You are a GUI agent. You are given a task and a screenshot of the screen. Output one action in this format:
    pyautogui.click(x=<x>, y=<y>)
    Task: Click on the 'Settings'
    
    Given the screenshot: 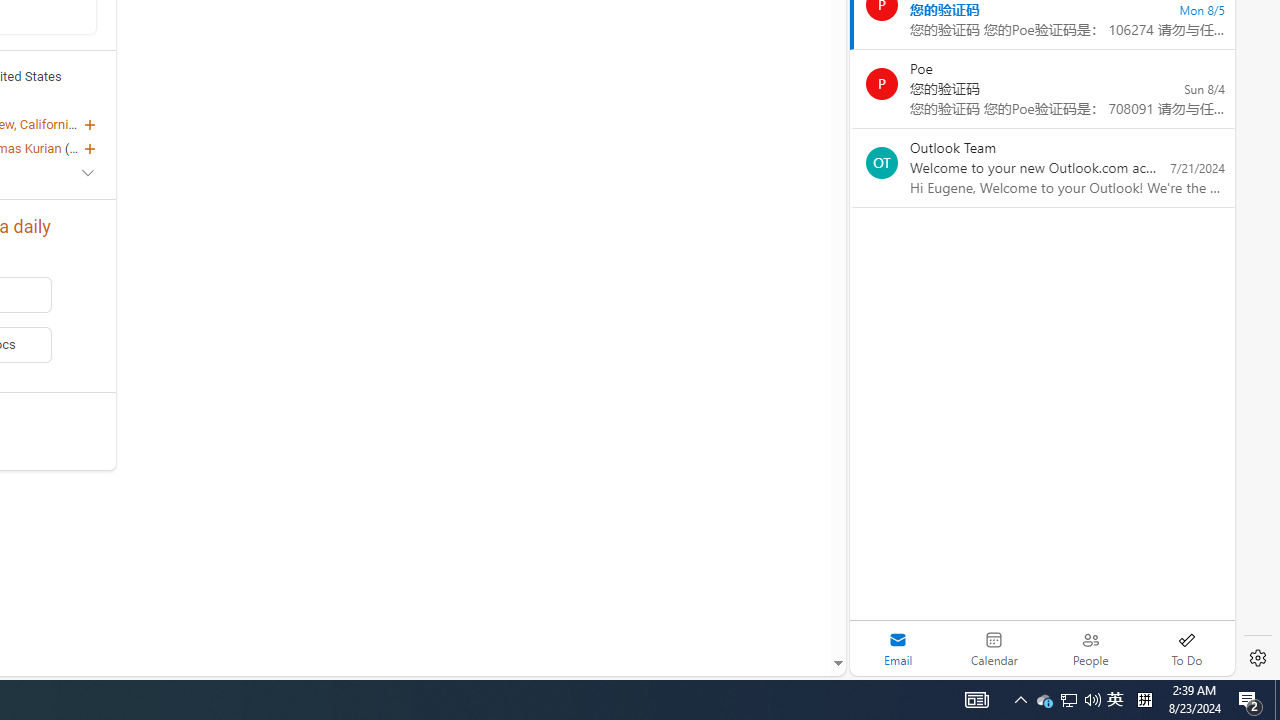 What is the action you would take?
    pyautogui.click(x=1257, y=658)
    